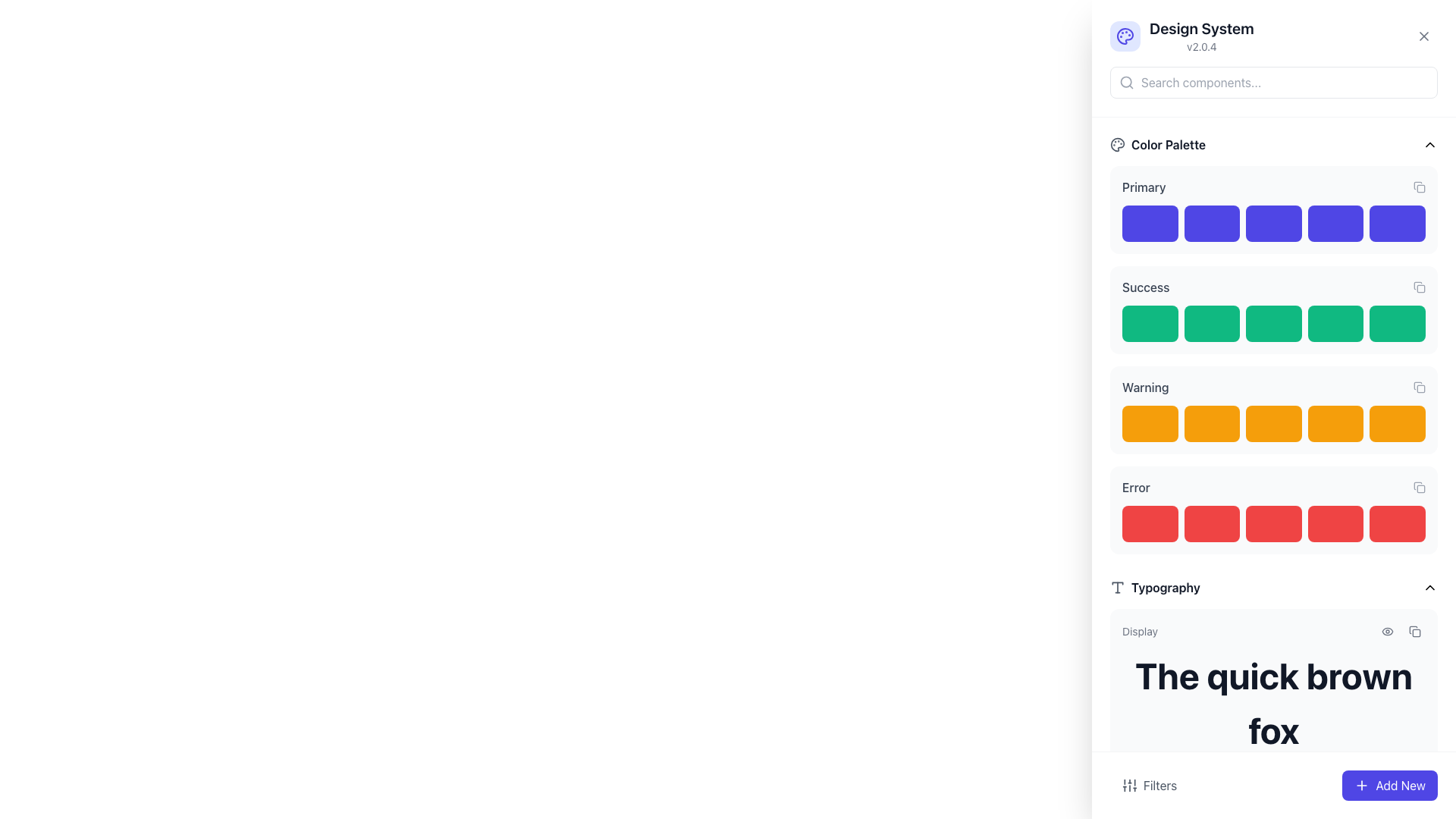 The image size is (1456, 819). Describe the element at coordinates (1274, 223) in the screenshot. I see `the third blue rectangular block from the left in the 'Primary' group of colored buttons` at that location.